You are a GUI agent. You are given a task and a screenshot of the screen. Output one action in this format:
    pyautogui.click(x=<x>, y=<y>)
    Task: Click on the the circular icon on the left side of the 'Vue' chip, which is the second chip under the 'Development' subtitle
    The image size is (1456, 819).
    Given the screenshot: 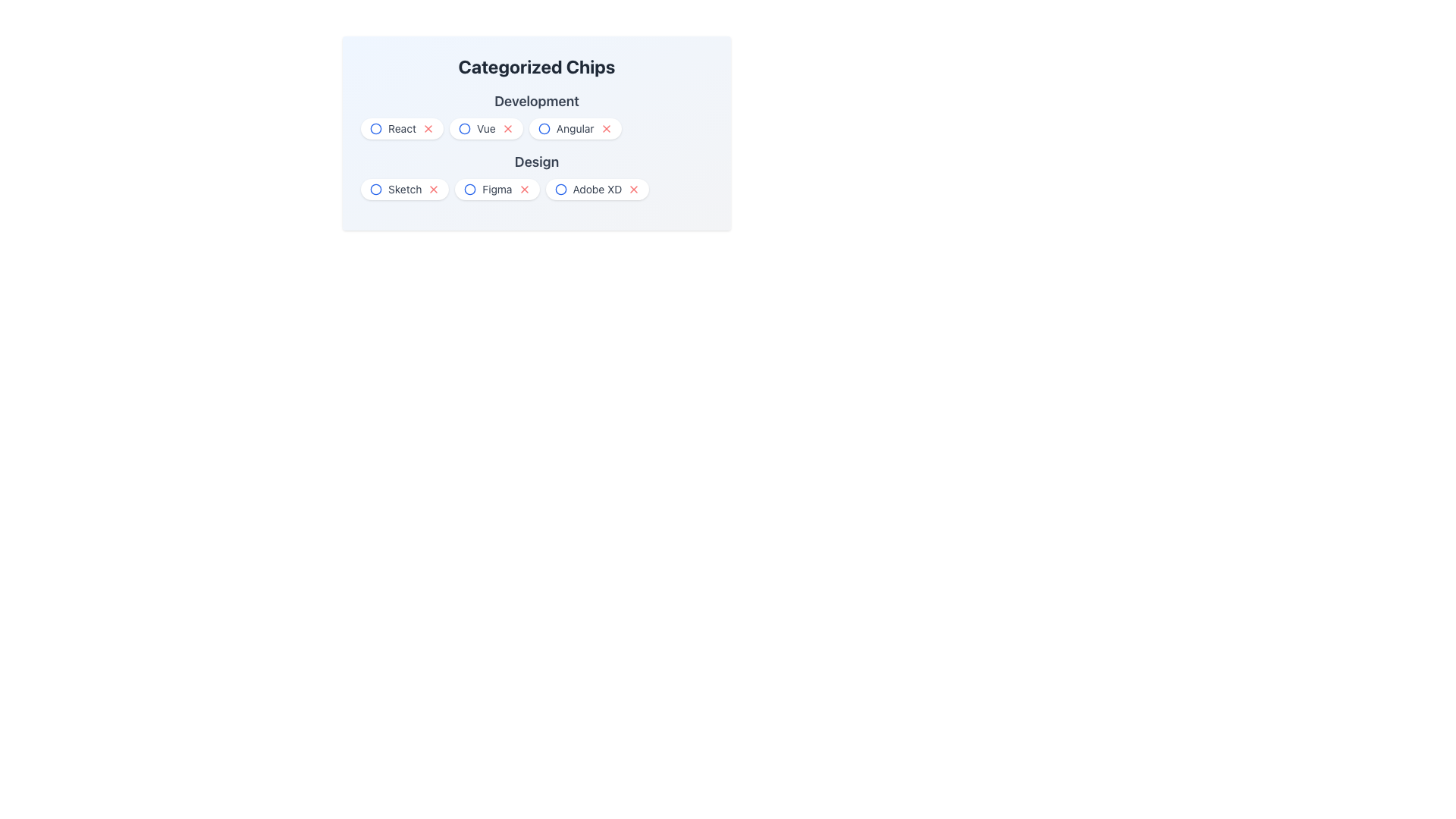 What is the action you would take?
    pyautogui.click(x=464, y=127)
    